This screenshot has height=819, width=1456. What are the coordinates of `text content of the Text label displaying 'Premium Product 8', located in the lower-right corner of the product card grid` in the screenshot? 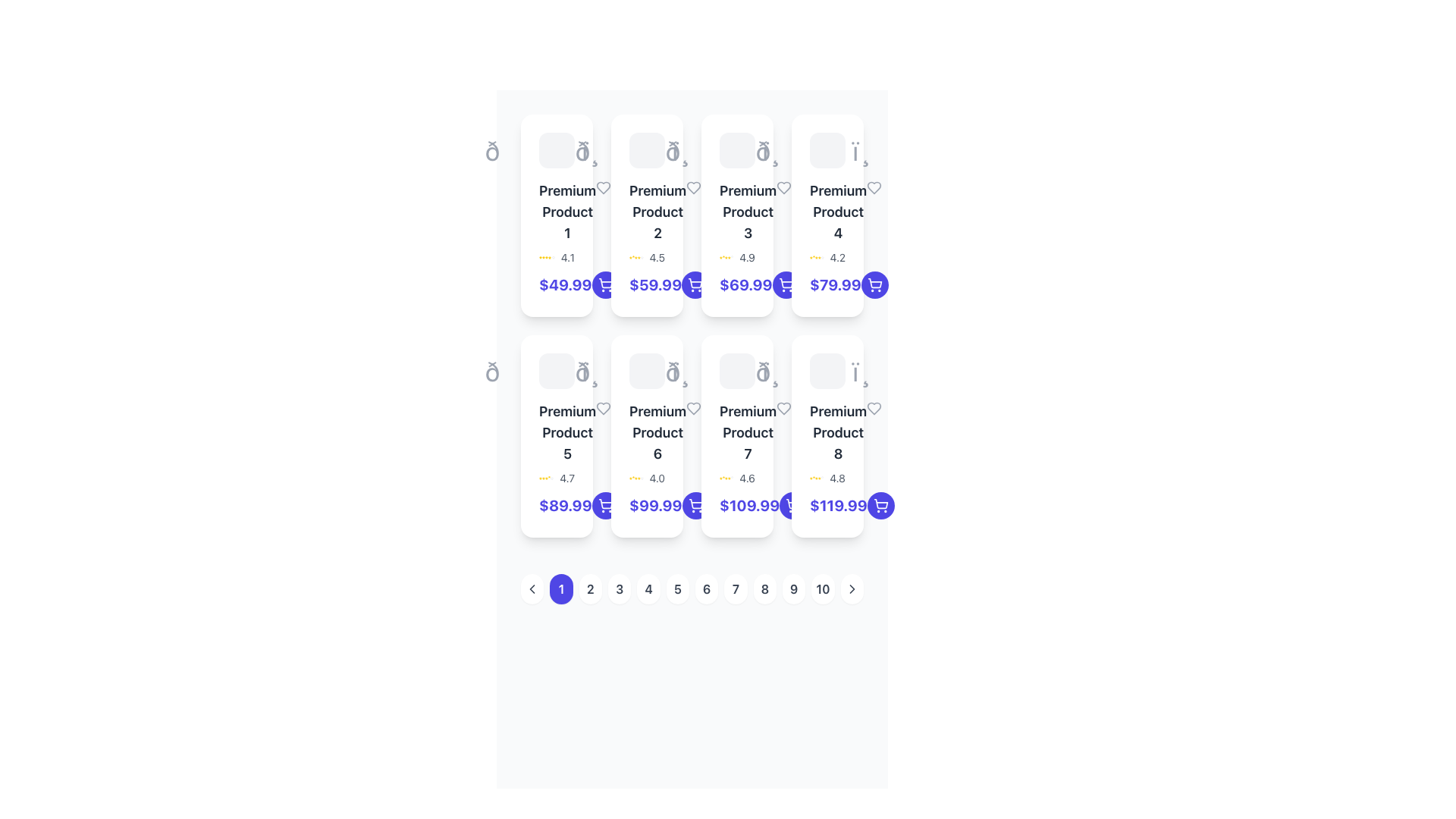 It's located at (837, 432).